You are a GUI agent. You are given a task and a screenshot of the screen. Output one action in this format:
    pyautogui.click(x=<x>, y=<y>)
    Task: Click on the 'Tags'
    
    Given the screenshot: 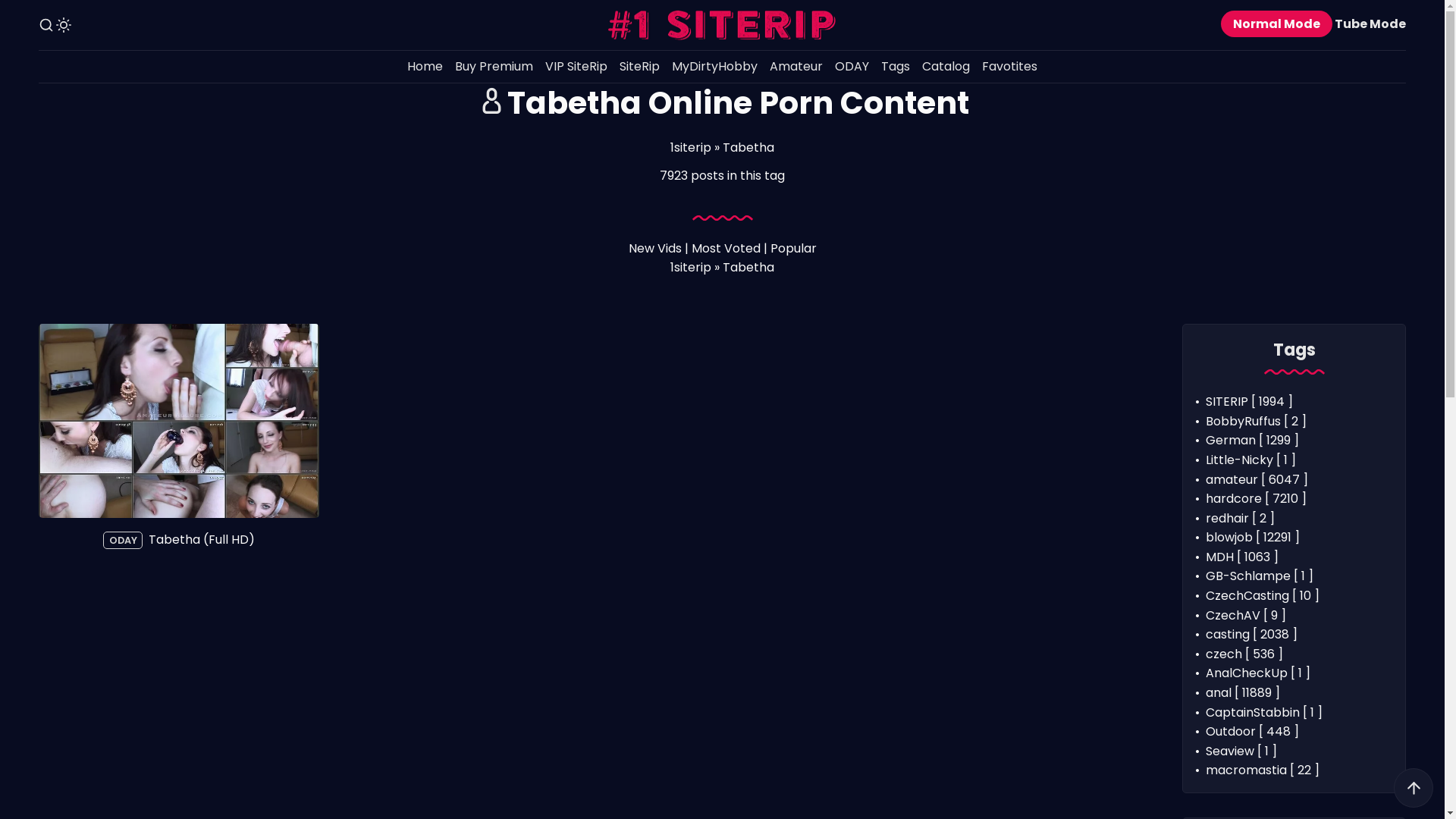 What is the action you would take?
    pyautogui.click(x=895, y=66)
    